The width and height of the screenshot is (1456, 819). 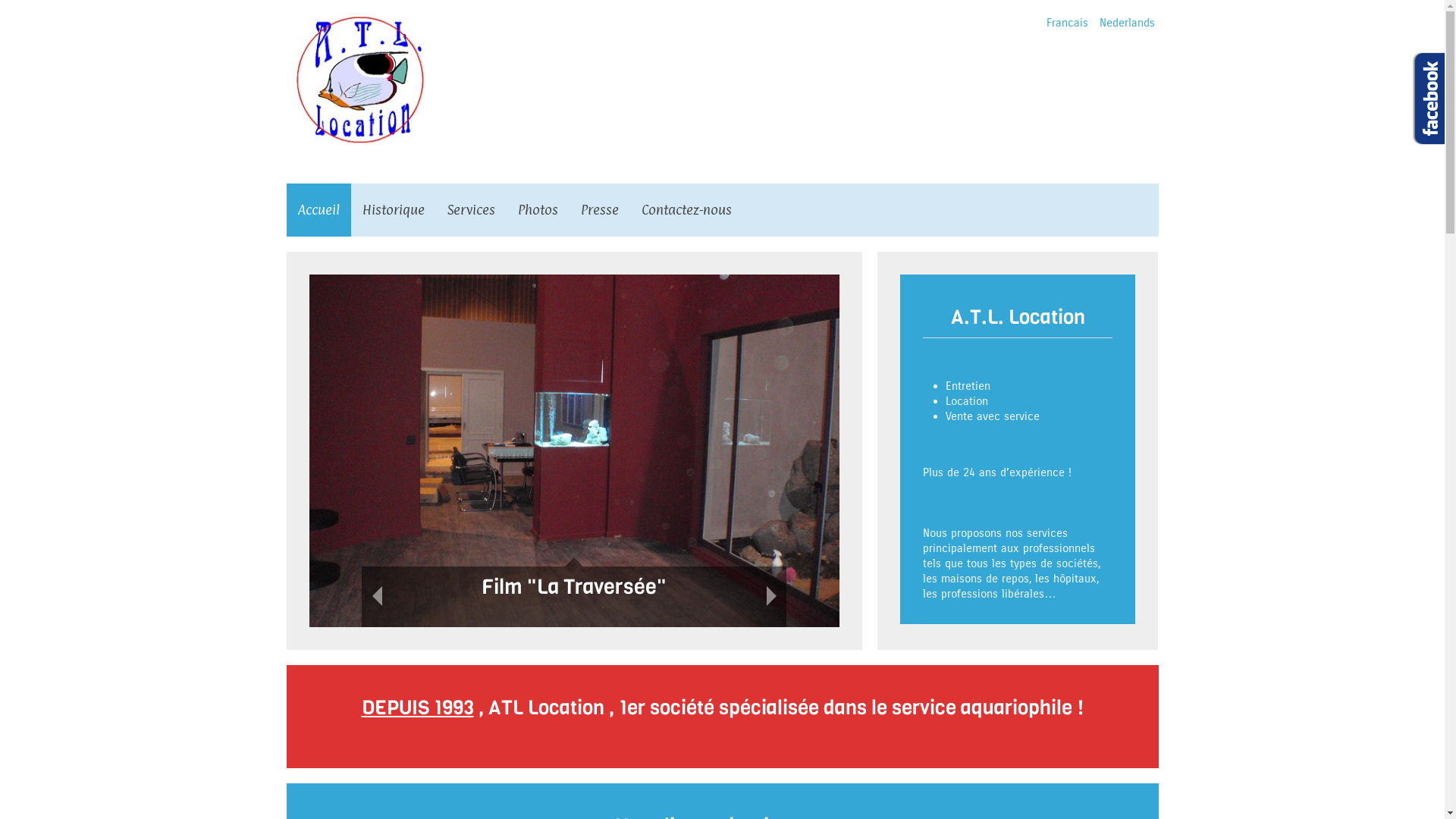 I want to click on 'Contactez-nous', so click(x=685, y=210).